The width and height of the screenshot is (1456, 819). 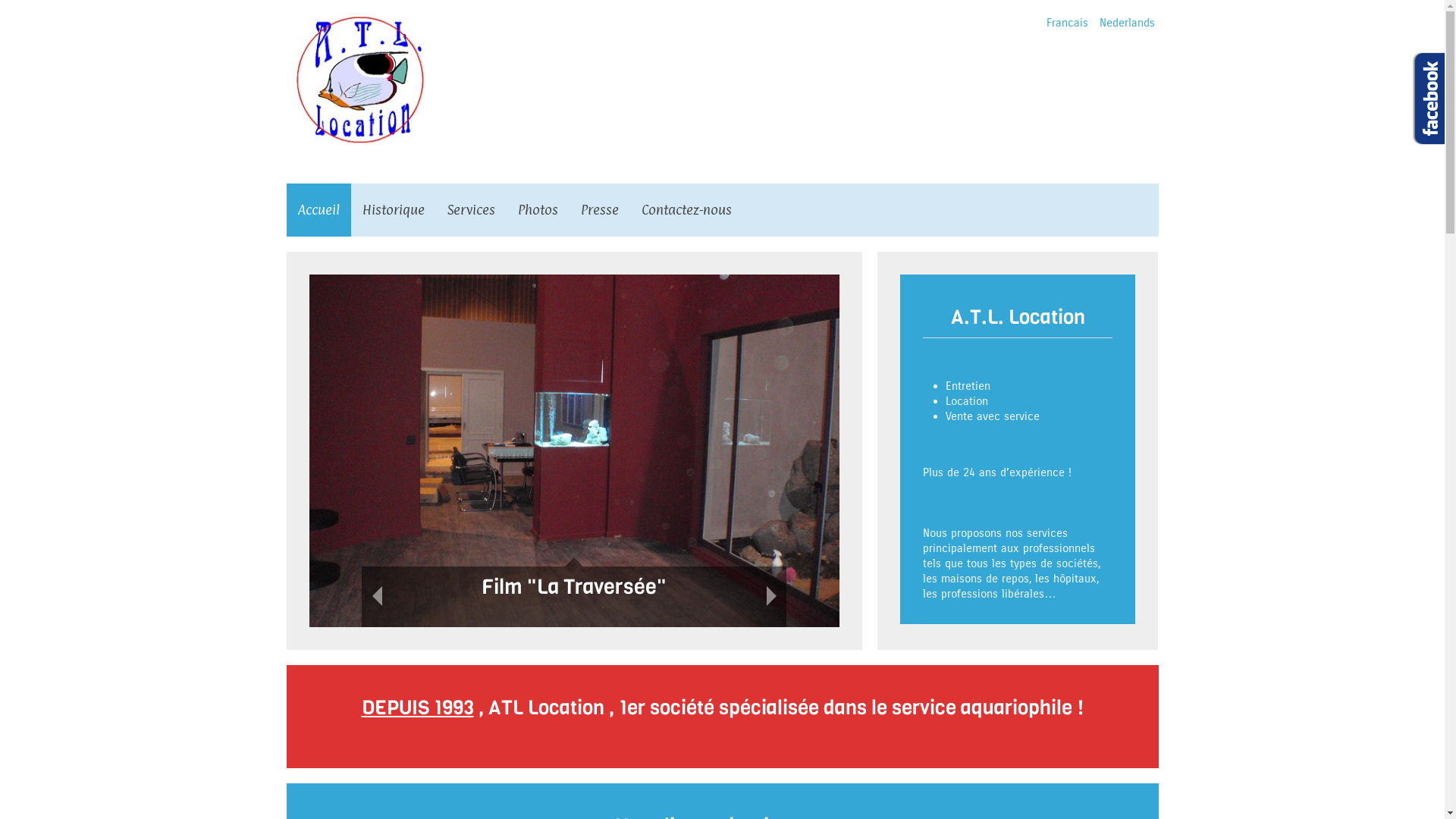 I want to click on 'Contactez-nous', so click(x=685, y=210).